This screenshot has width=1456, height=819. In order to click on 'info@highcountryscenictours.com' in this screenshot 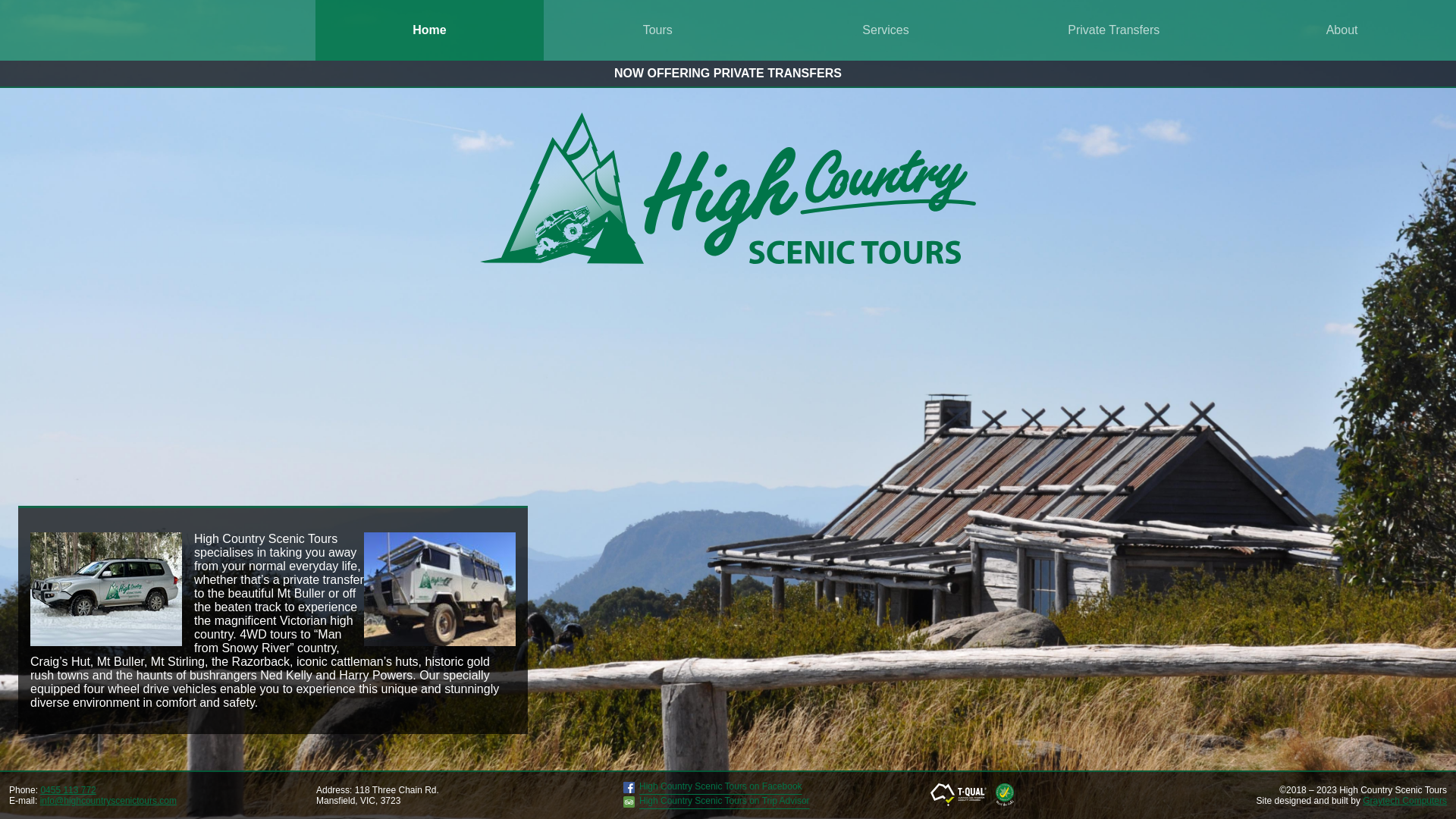, I will do `click(108, 800)`.